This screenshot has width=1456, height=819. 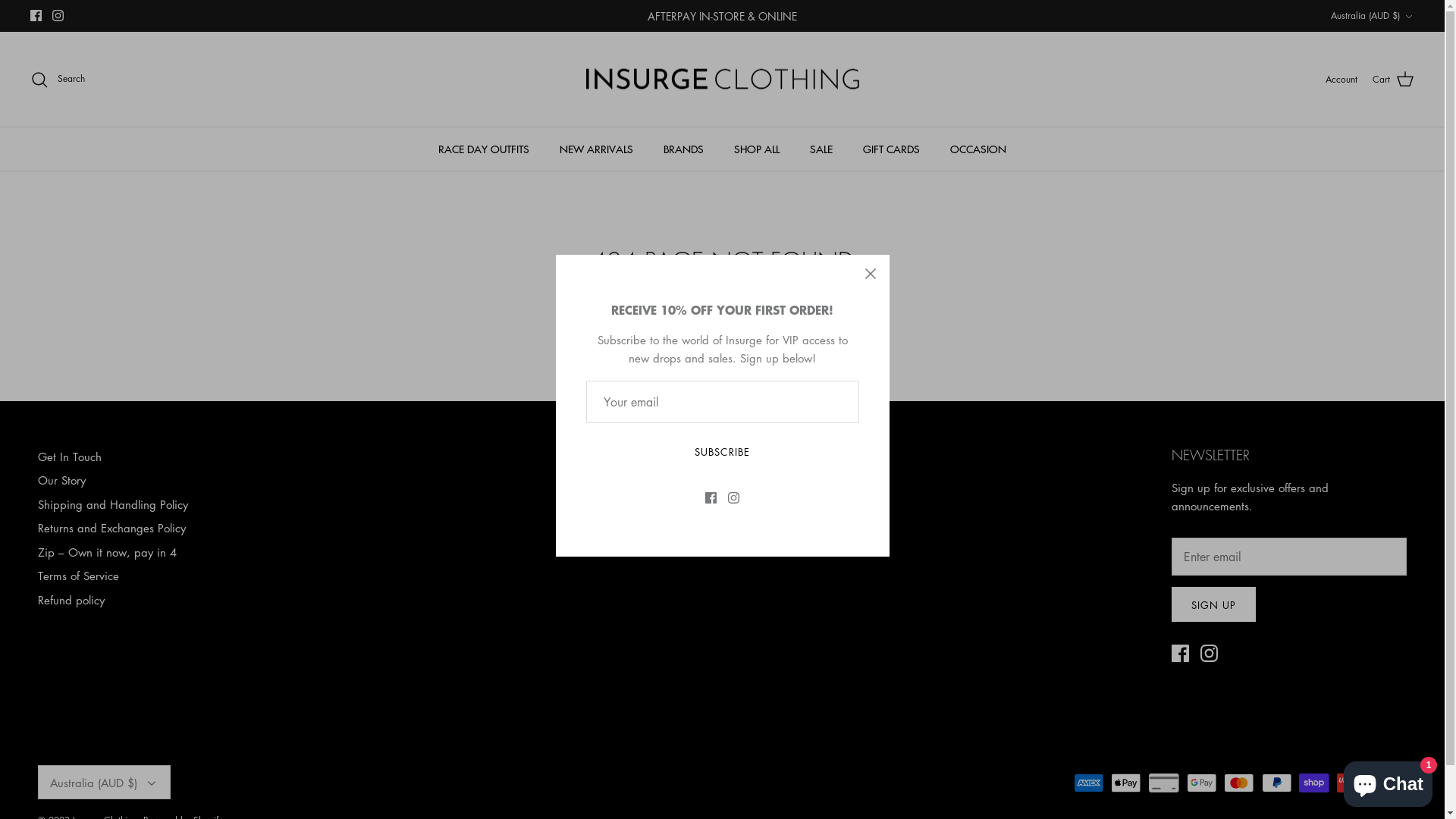 I want to click on 'OCCASION', so click(x=978, y=149).